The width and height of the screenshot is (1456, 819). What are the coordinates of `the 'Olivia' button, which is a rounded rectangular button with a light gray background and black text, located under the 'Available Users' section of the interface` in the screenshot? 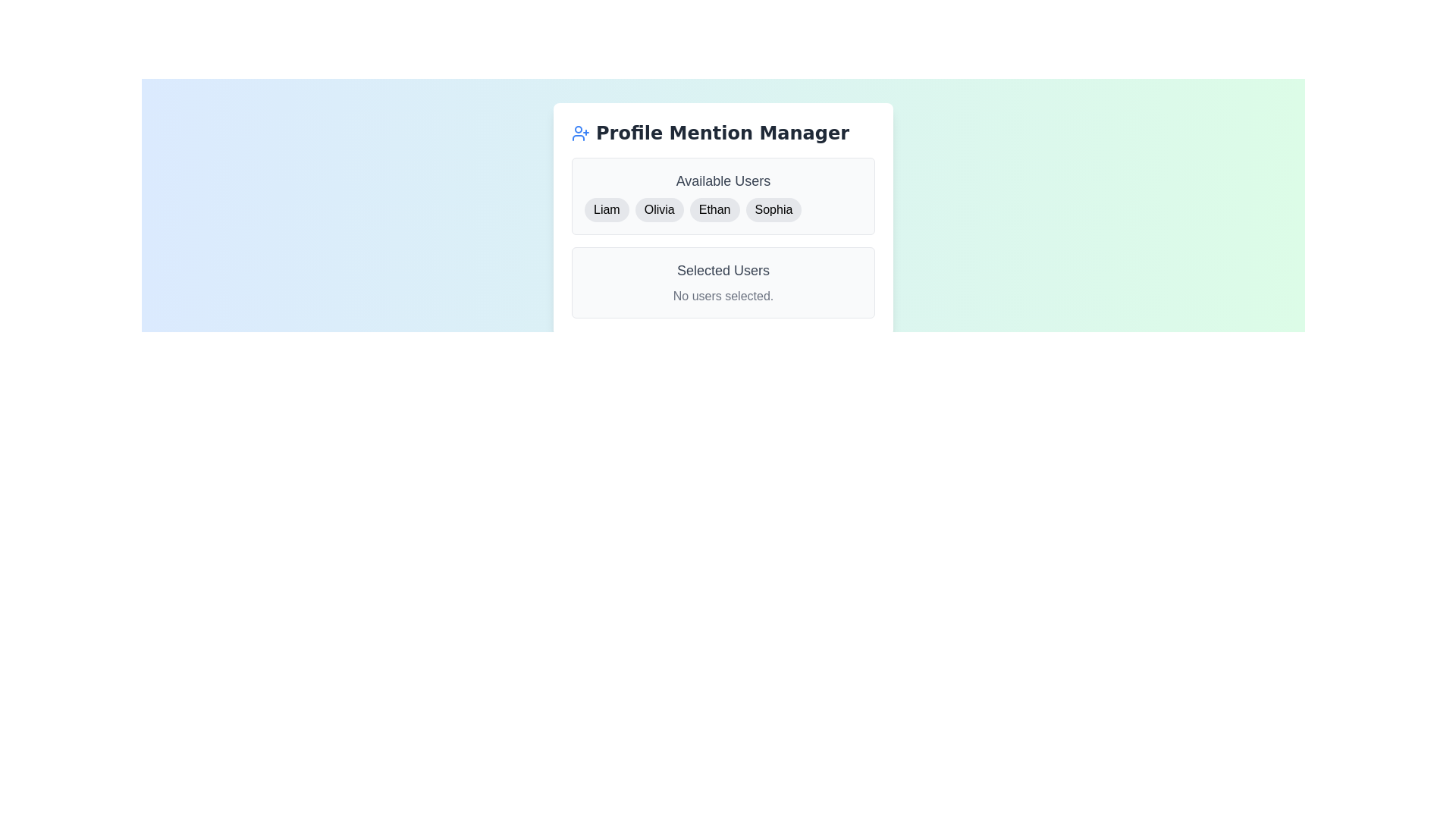 It's located at (659, 210).